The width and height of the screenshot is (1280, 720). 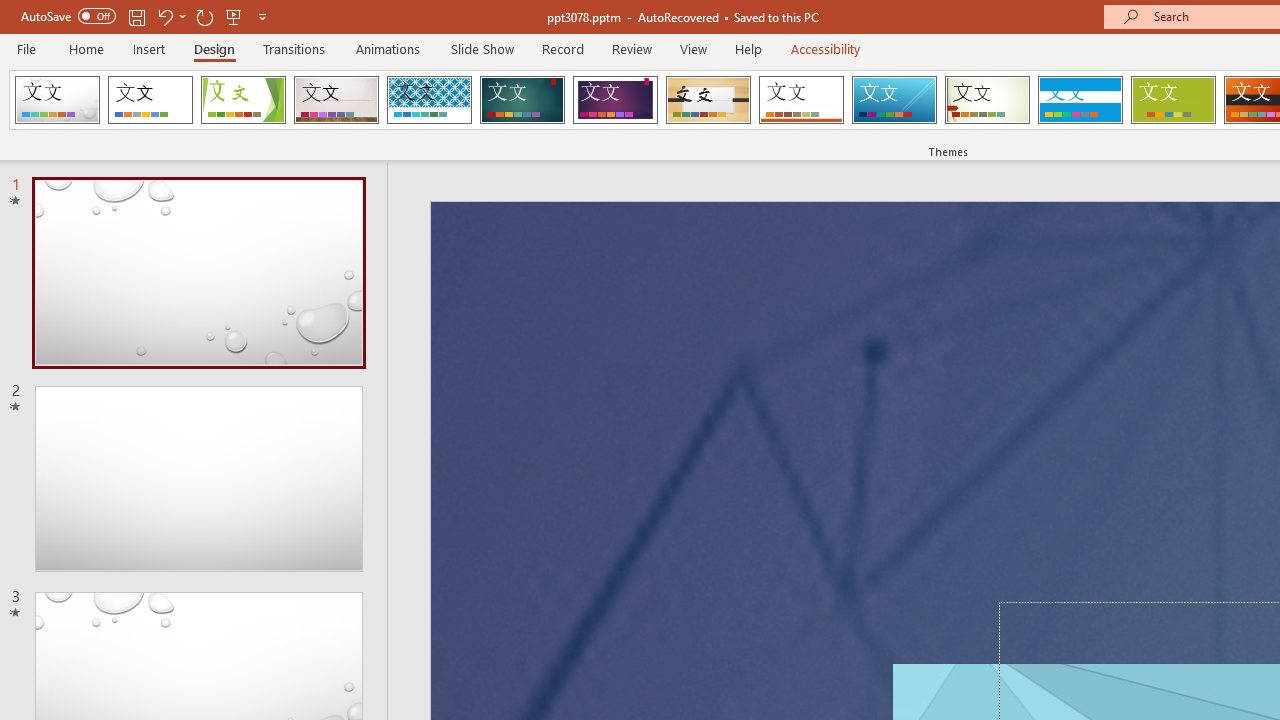 What do you see at coordinates (708, 100) in the screenshot?
I see `'Organic'` at bounding box center [708, 100].